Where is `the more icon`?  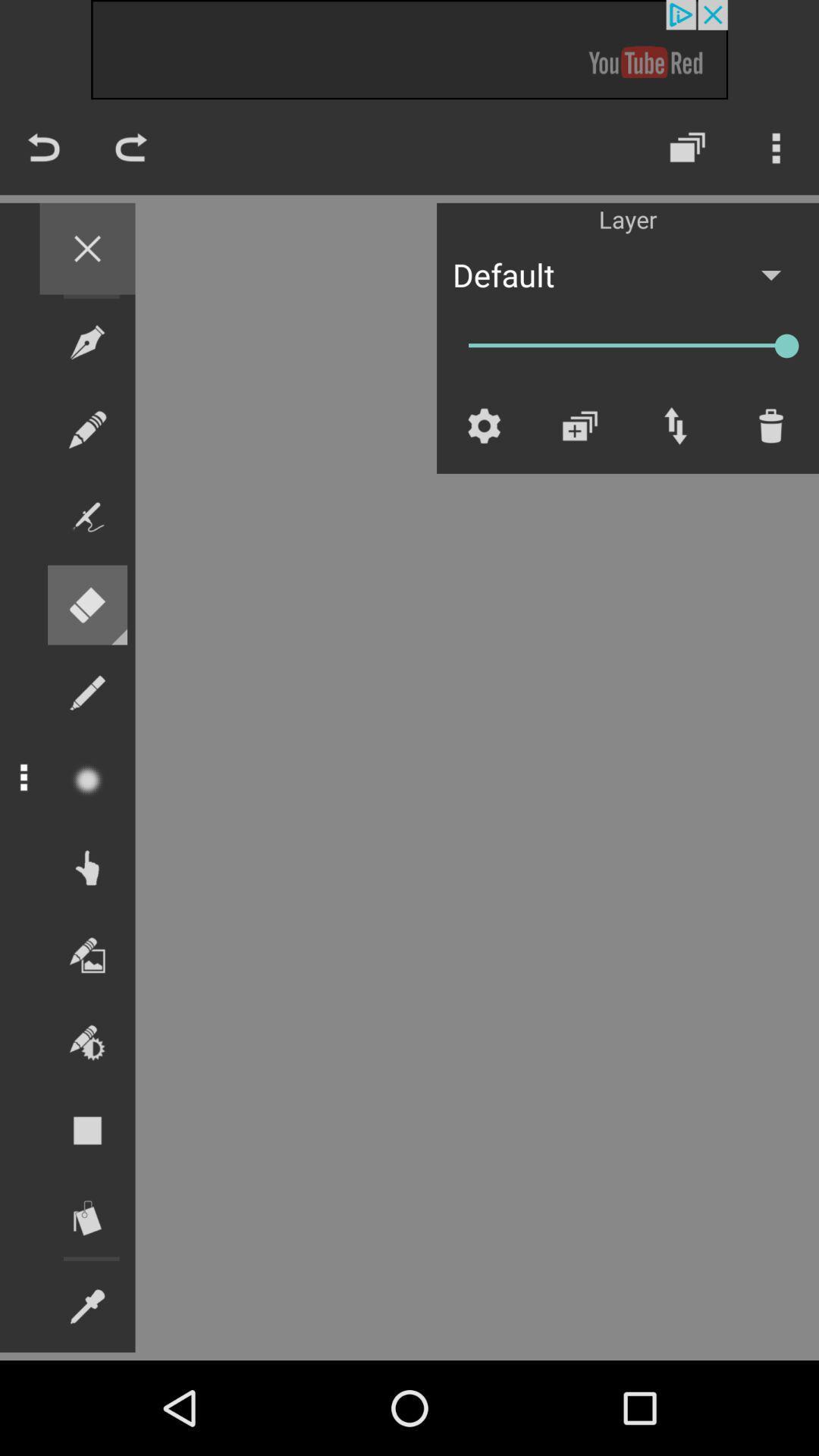
the more icon is located at coordinates (24, 777).